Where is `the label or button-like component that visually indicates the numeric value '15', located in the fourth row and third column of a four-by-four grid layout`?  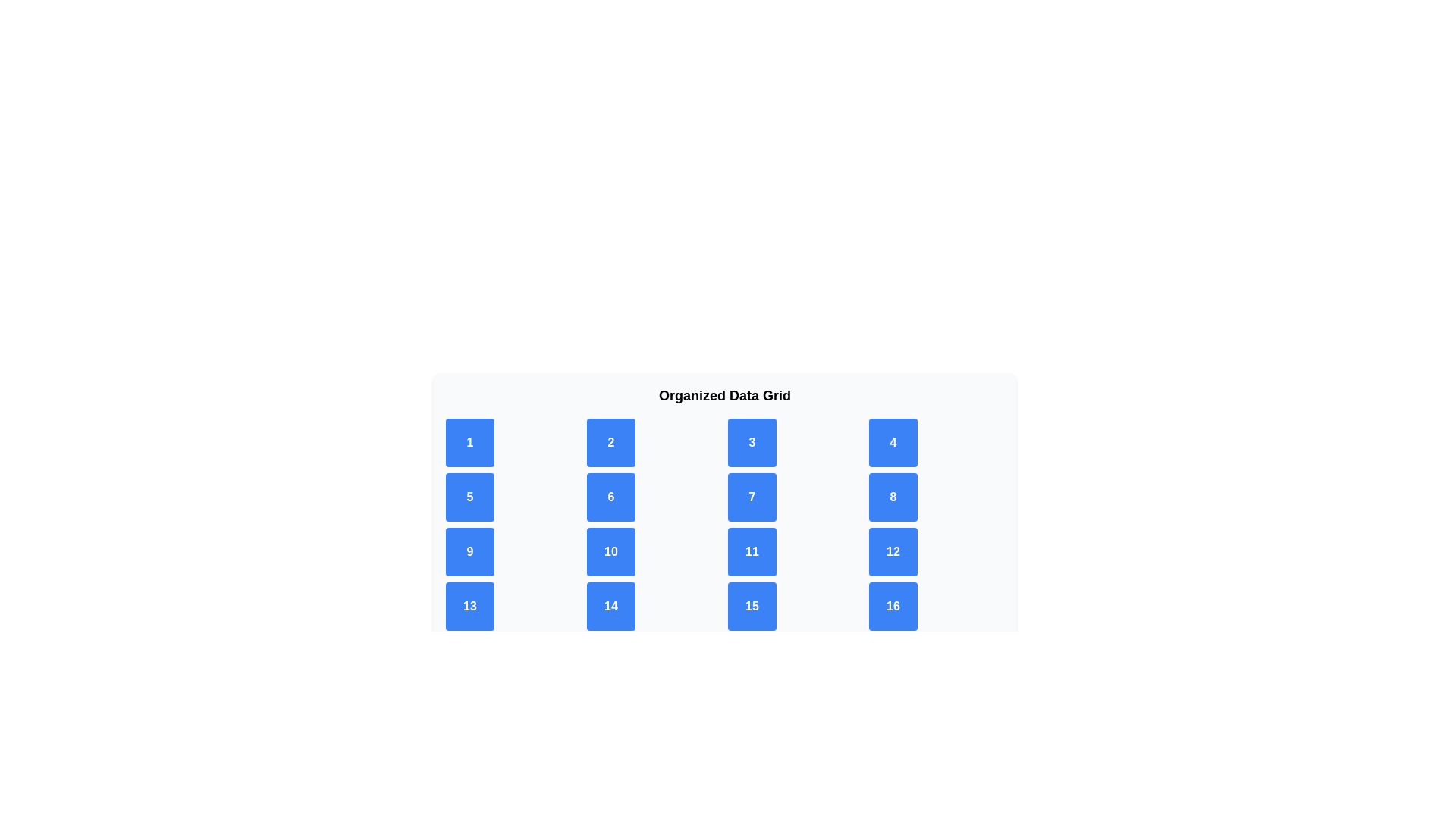 the label or button-like component that visually indicates the numeric value '15', located in the fourth row and third column of a four-by-four grid layout is located at coordinates (752, 605).